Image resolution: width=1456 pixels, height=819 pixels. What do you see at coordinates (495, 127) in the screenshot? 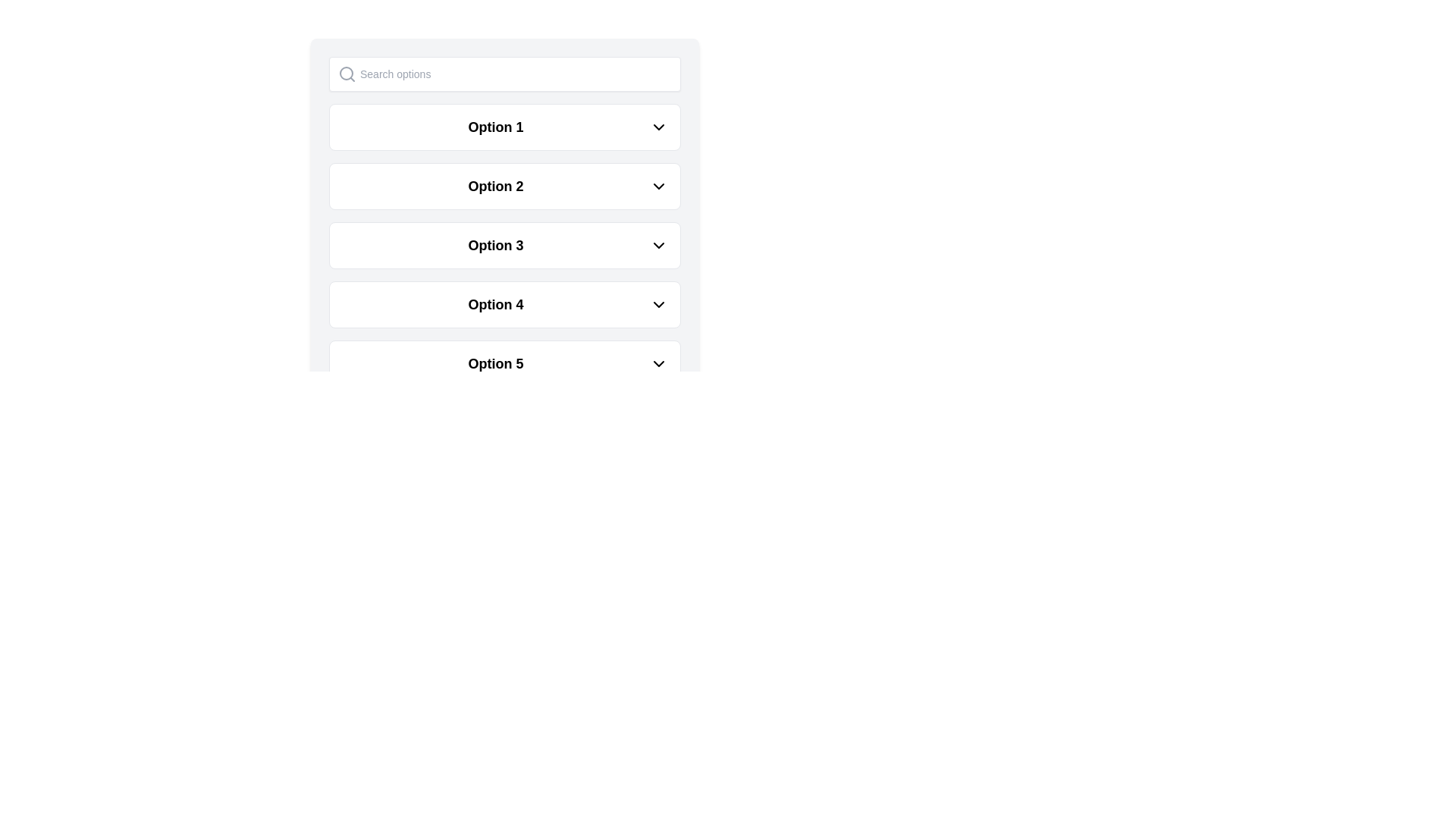
I see `the text label of the first option in the dropdown menu` at bounding box center [495, 127].